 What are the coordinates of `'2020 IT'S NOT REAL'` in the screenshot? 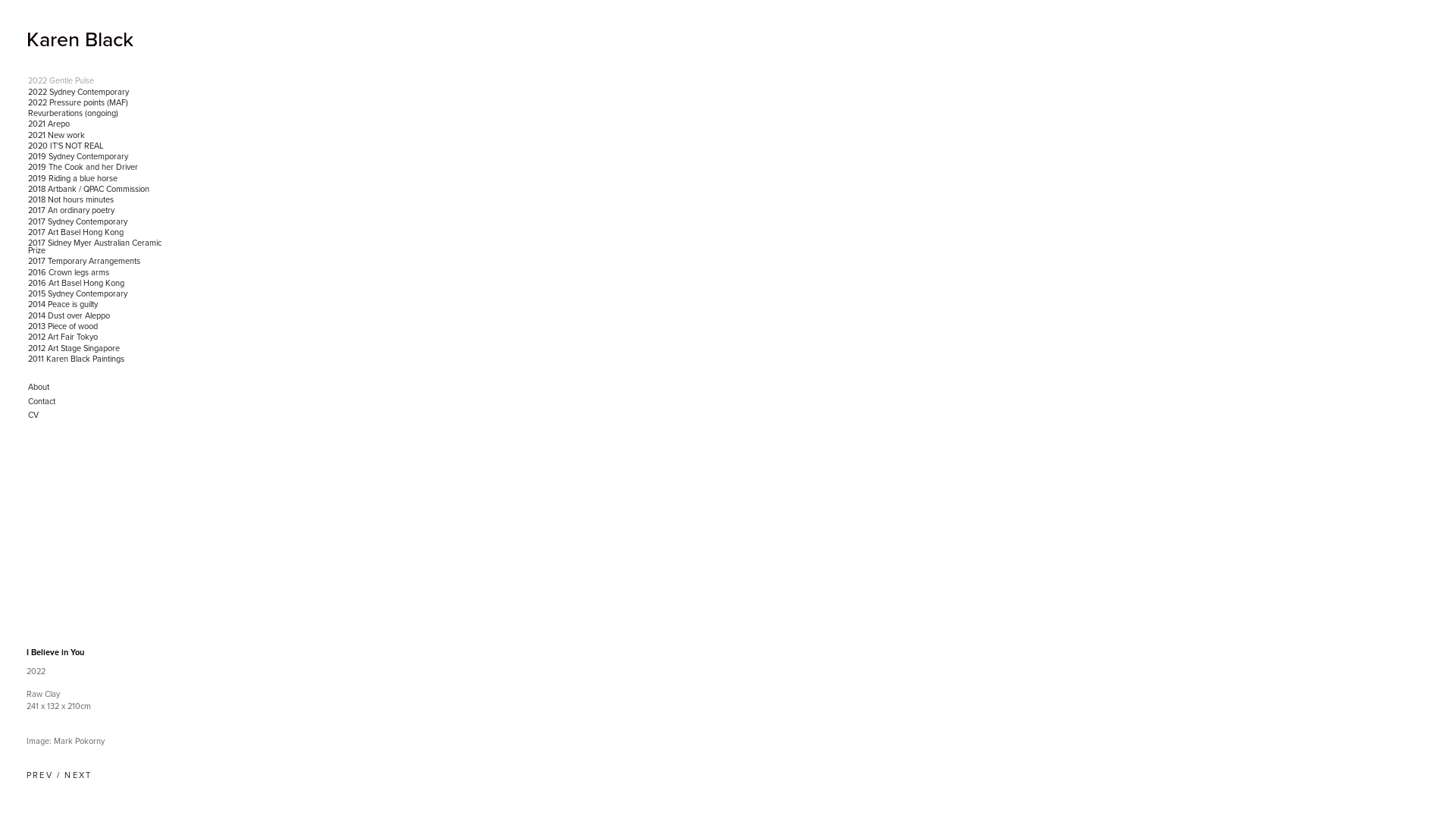 It's located at (97, 146).